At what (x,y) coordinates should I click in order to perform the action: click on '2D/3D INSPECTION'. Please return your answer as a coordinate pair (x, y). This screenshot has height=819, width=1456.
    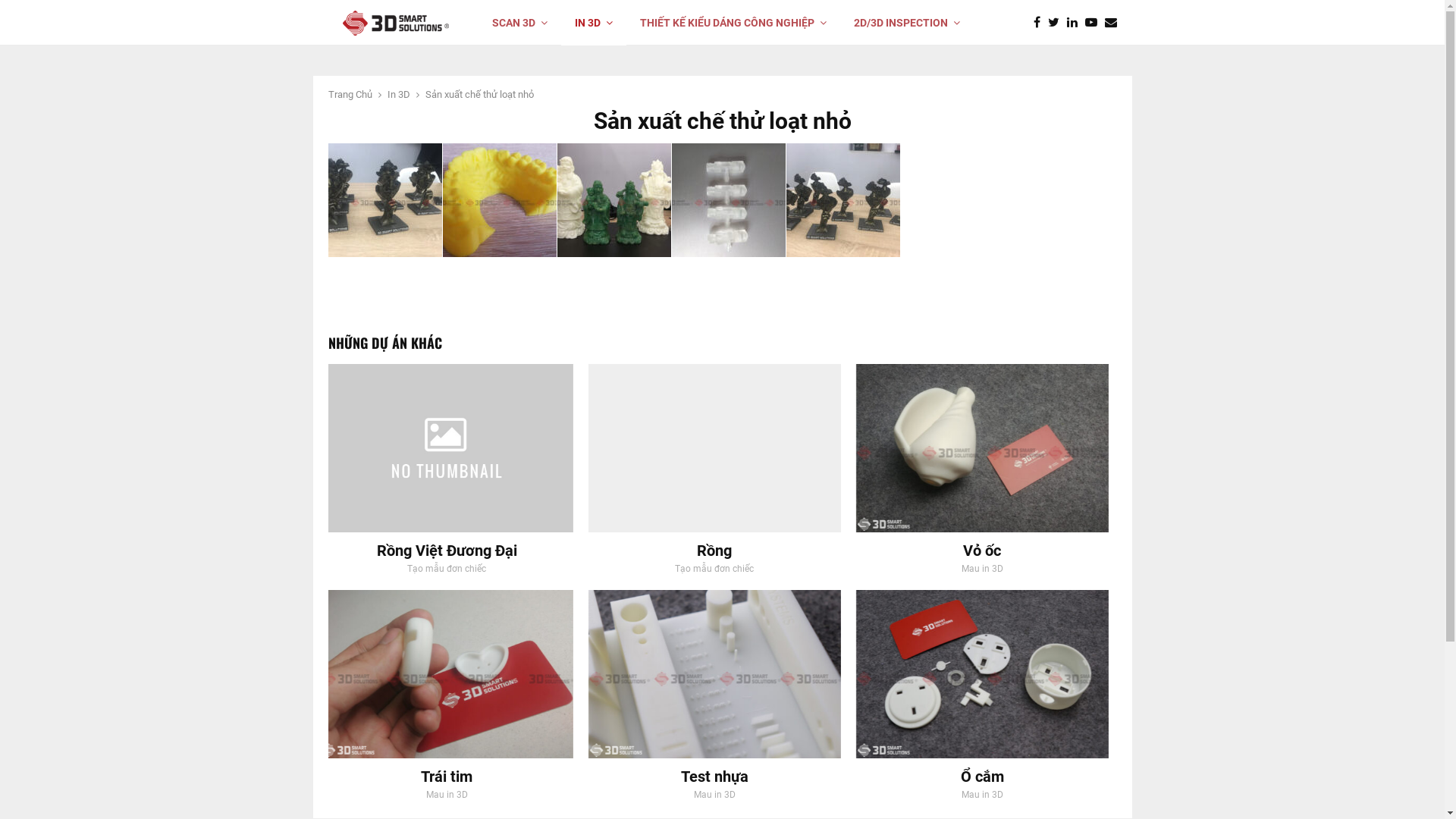
    Looking at the image, I should click on (906, 23).